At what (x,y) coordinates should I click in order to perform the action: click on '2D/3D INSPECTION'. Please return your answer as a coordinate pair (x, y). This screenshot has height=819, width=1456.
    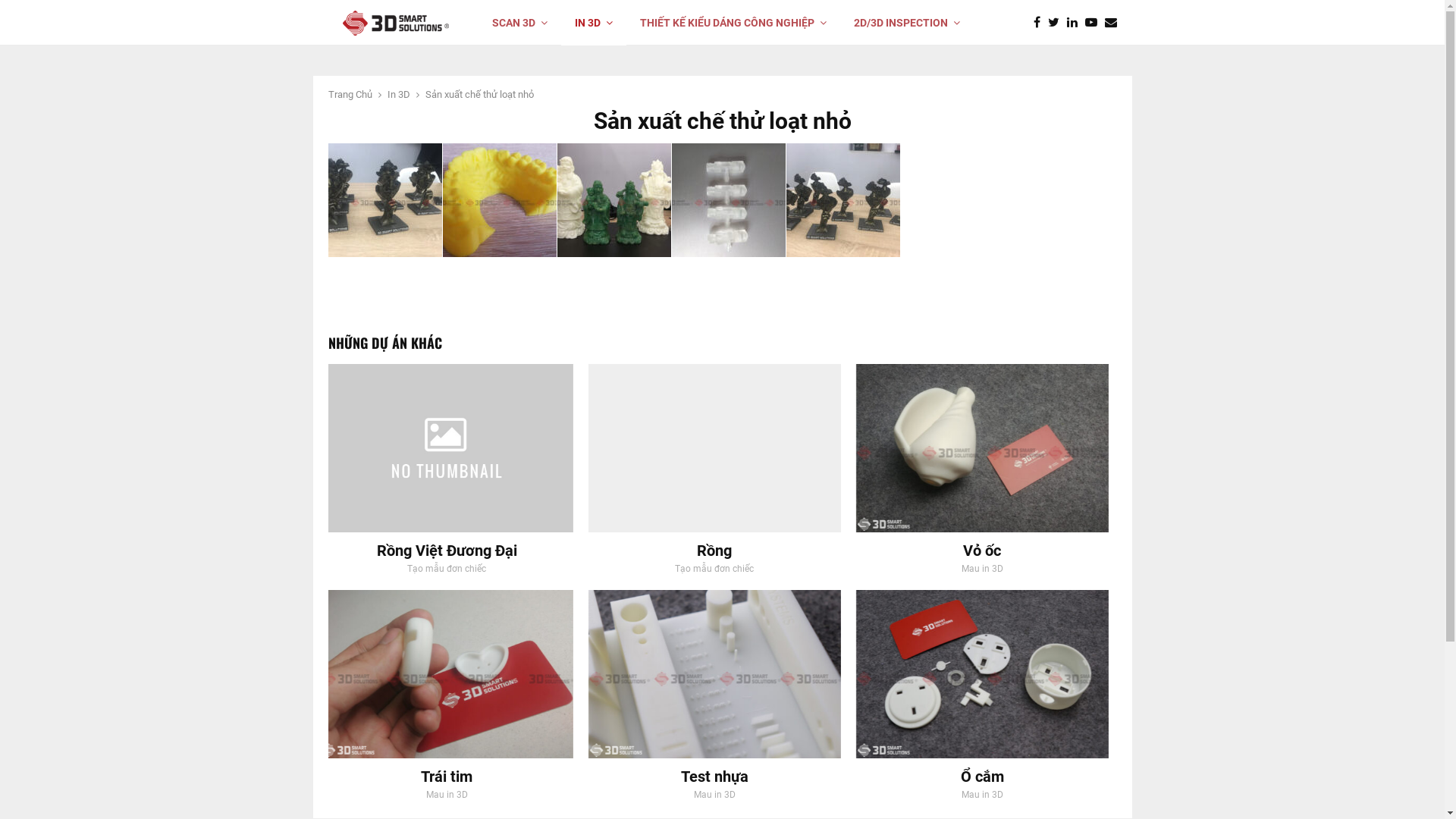
    Looking at the image, I should click on (906, 23).